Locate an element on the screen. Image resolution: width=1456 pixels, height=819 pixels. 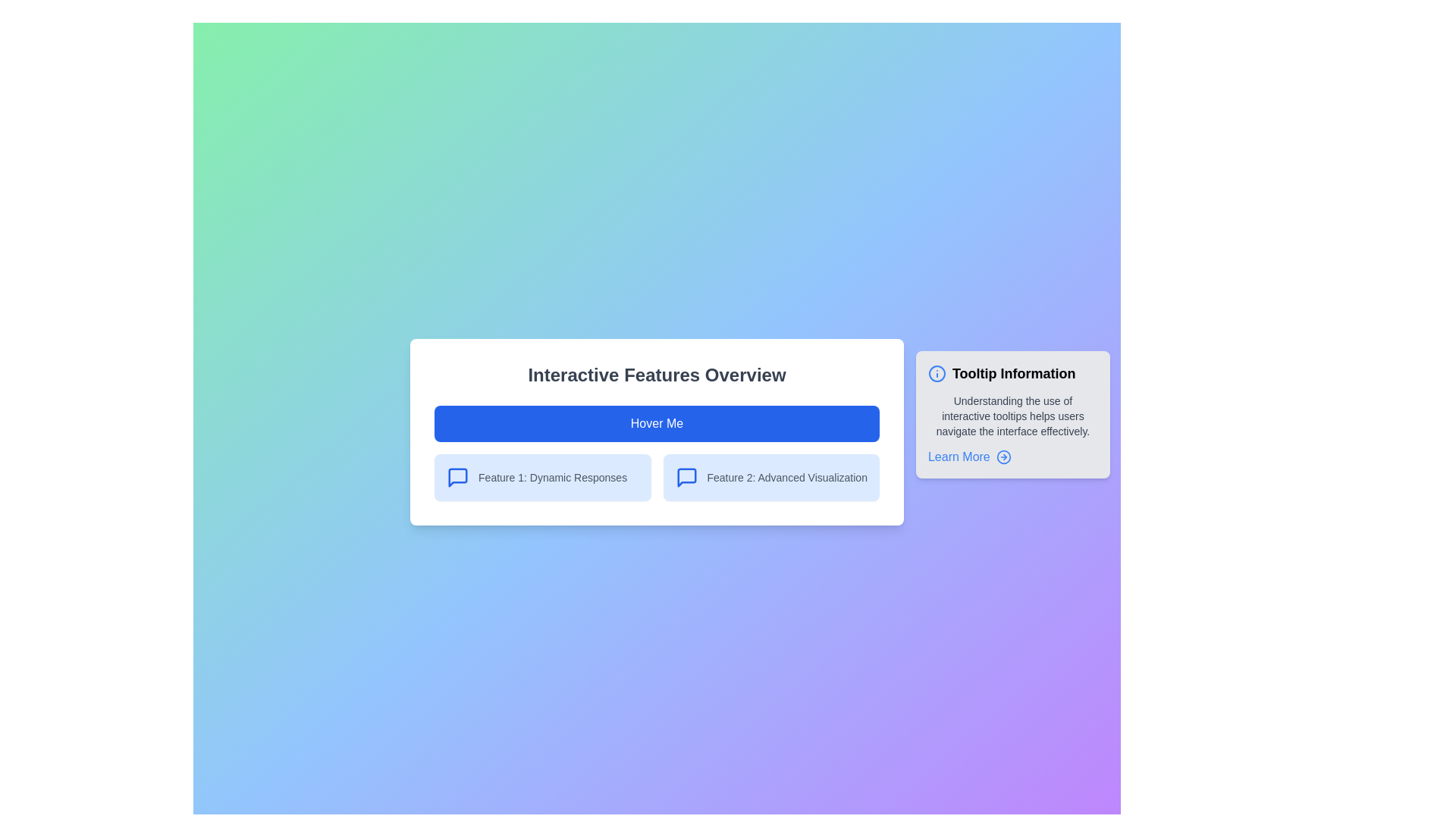
text from the tooltip header located in the top-right corner of the card, right of the information icon is located at coordinates (1014, 374).